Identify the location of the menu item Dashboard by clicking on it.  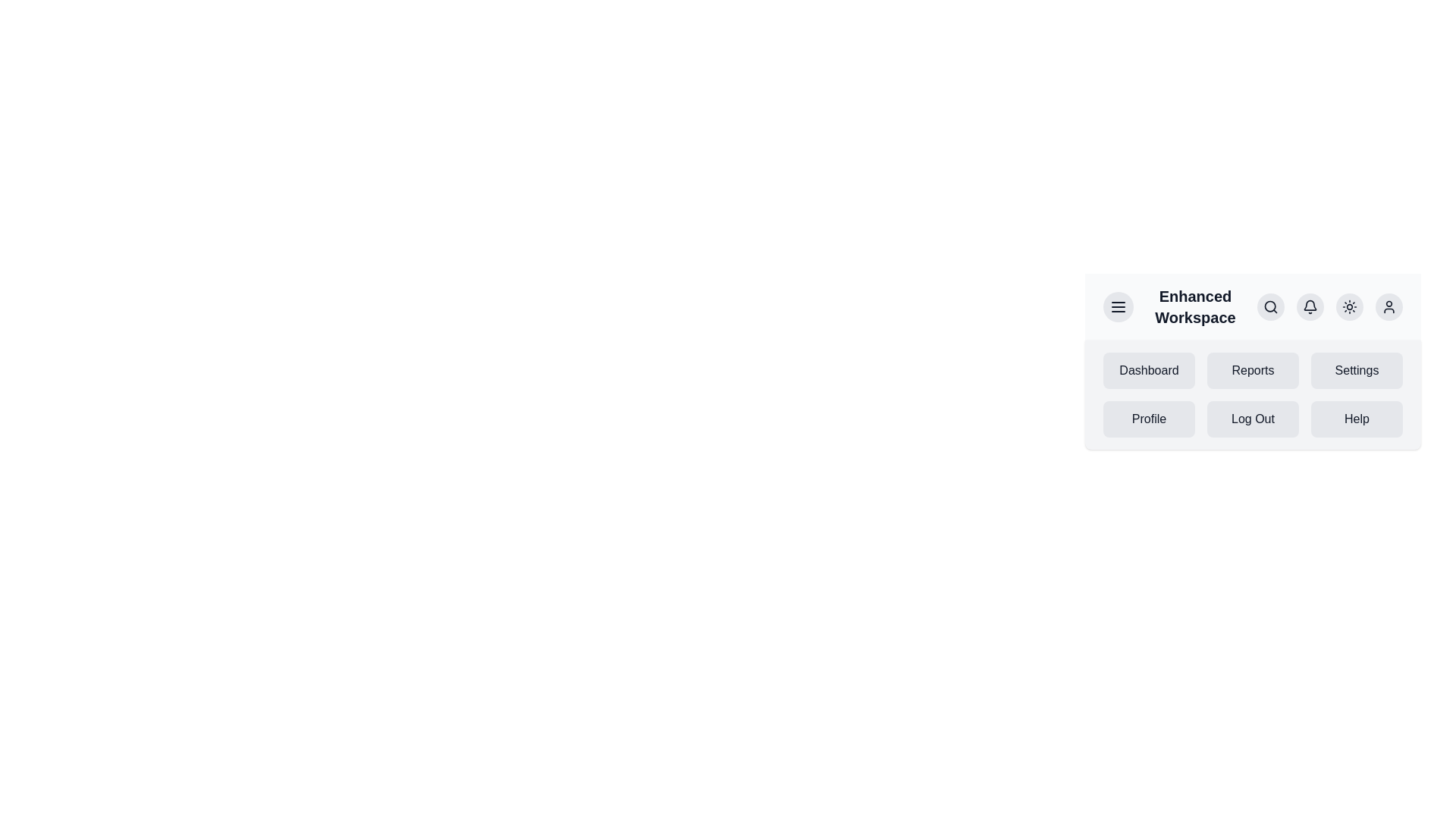
(1149, 371).